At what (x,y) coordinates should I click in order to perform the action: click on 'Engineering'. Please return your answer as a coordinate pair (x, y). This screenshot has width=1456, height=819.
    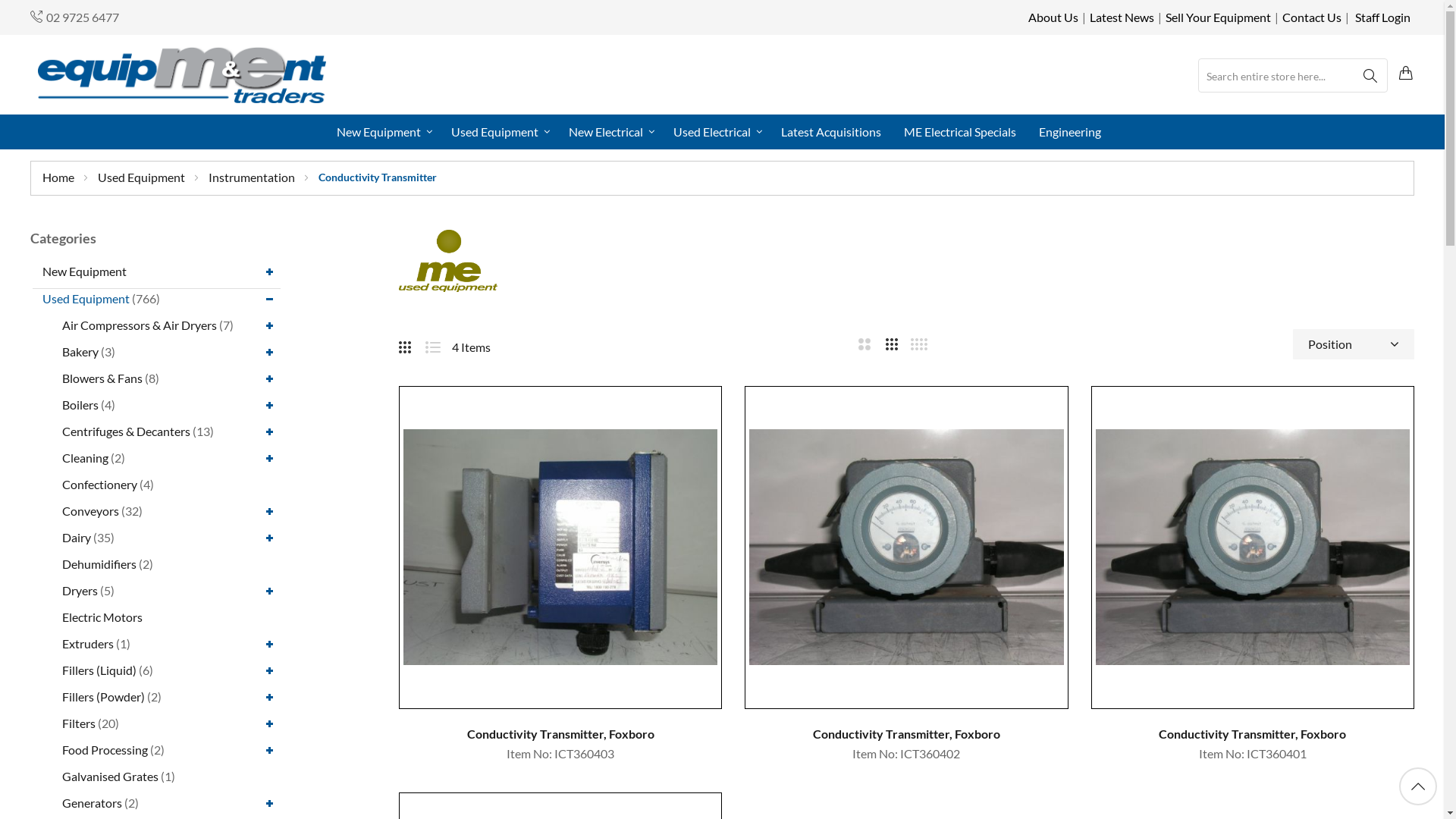
    Looking at the image, I should click on (1031, 130).